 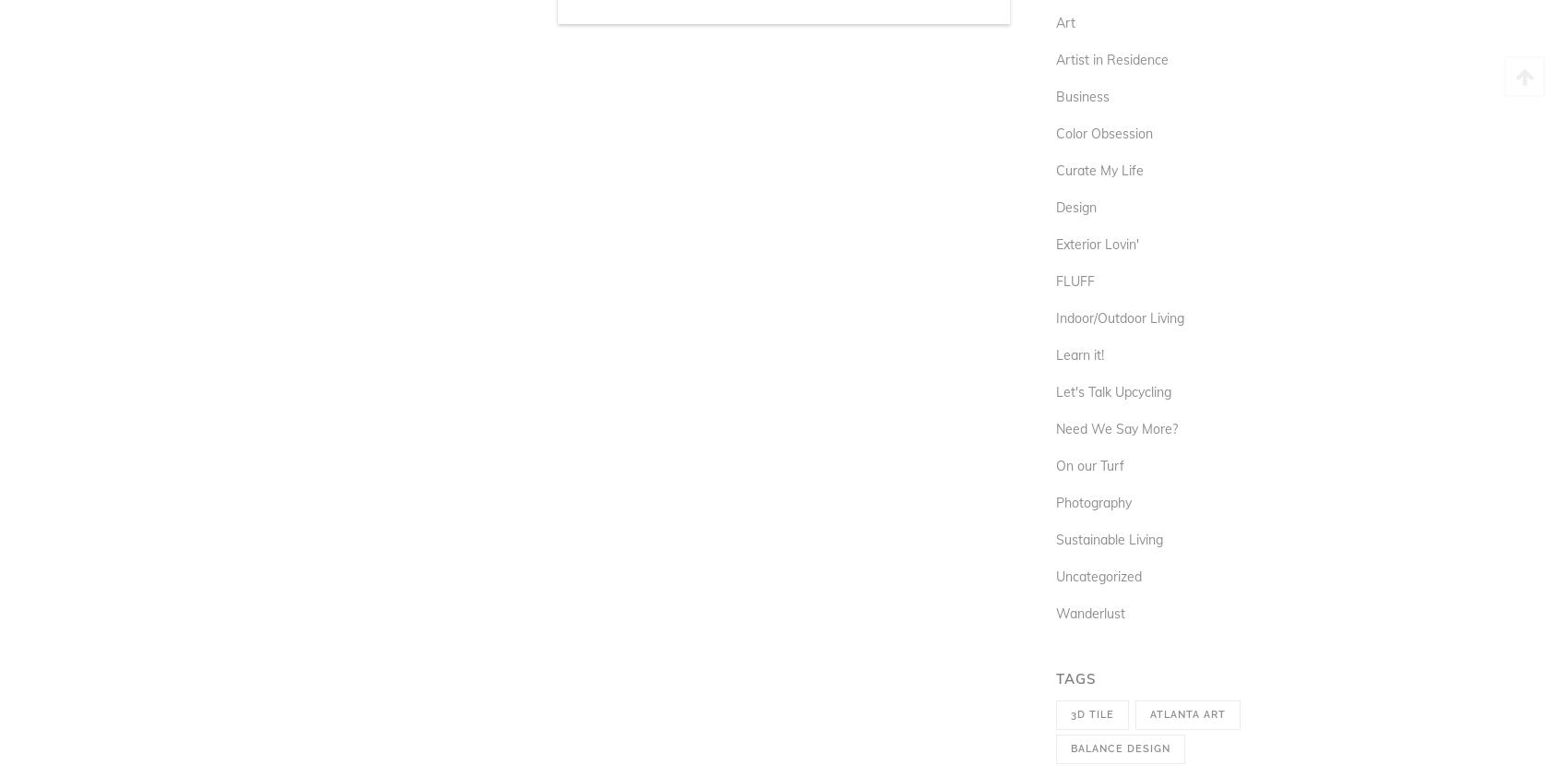 What do you see at coordinates (1092, 501) in the screenshot?
I see `'Photography'` at bounding box center [1092, 501].